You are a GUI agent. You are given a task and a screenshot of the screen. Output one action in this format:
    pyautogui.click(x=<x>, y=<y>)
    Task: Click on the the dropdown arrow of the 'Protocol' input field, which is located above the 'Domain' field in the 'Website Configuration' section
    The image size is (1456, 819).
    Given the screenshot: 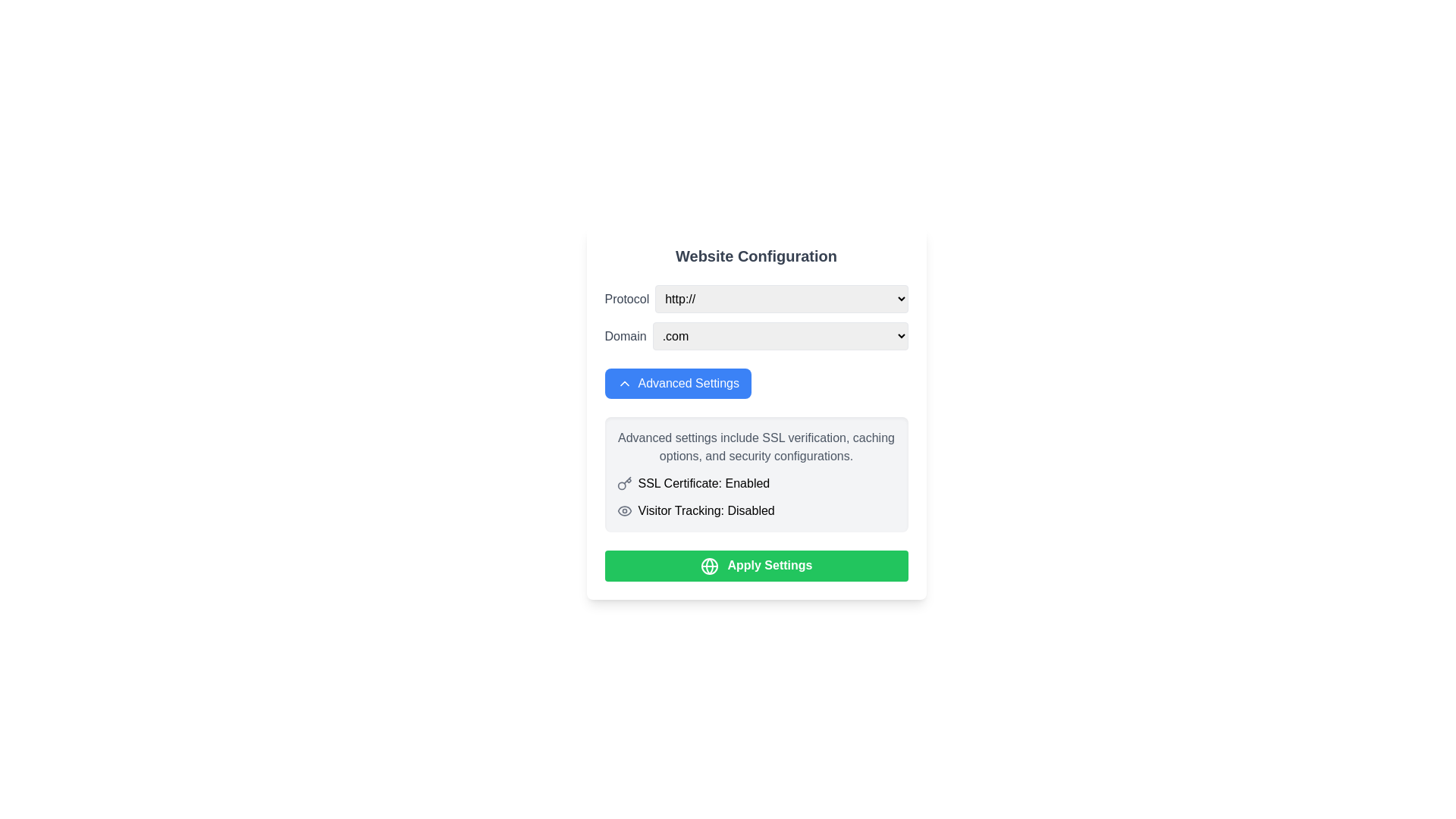 What is the action you would take?
    pyautogui.click(x=756, y=299)
    